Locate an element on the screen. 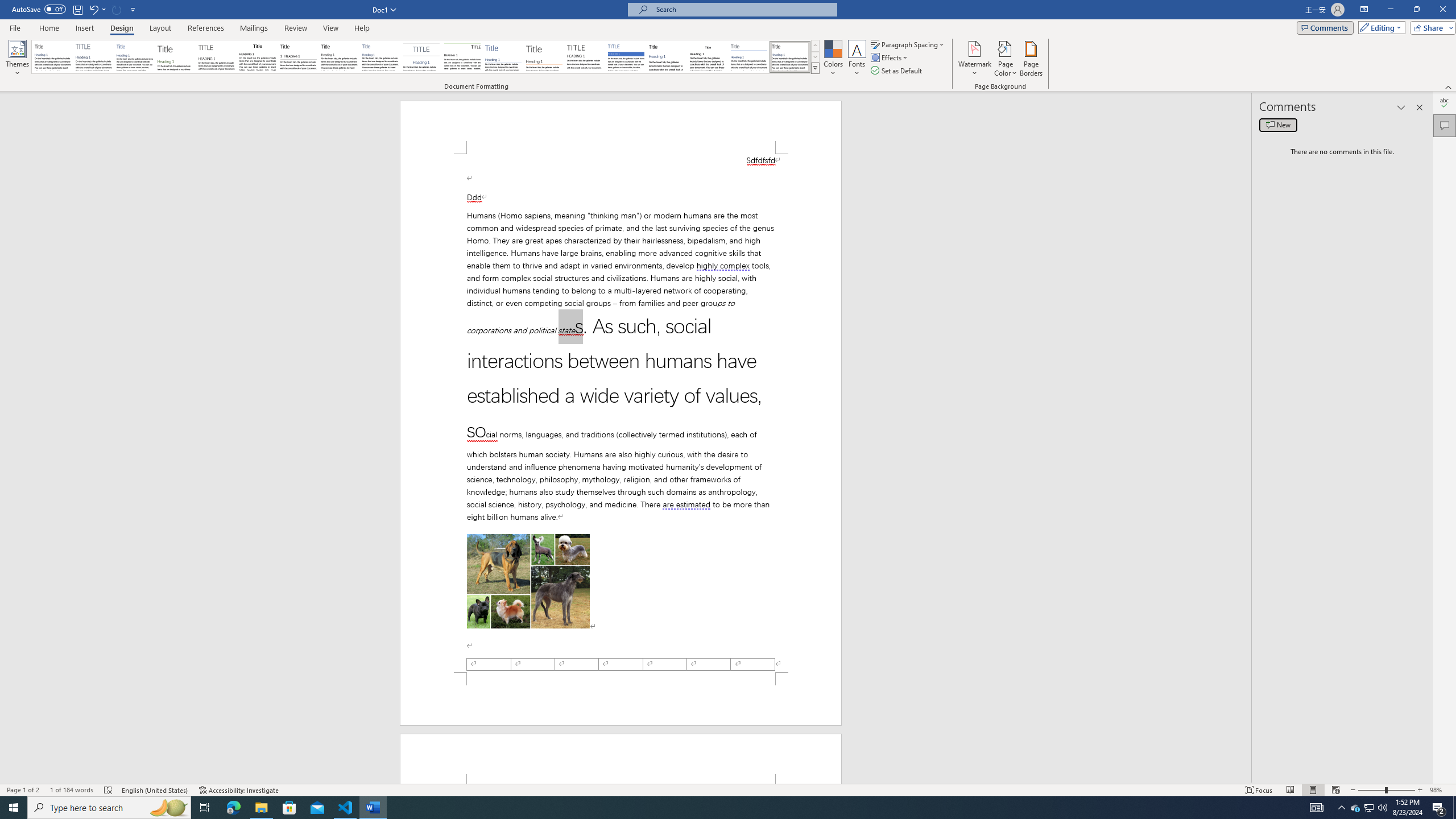  'Black & White (Word 2013)' is located at coordinates (338, 56).